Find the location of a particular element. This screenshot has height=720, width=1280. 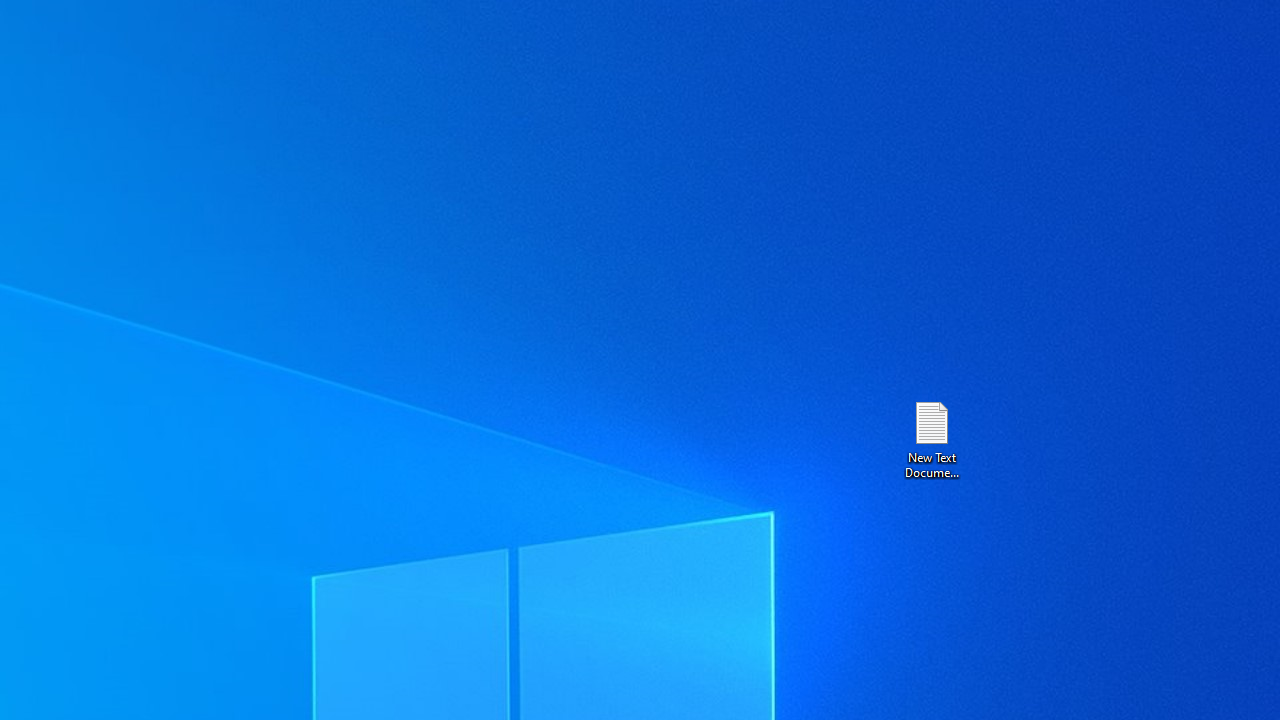

'New Text Document (2)' is located at coordinates (930, 438).